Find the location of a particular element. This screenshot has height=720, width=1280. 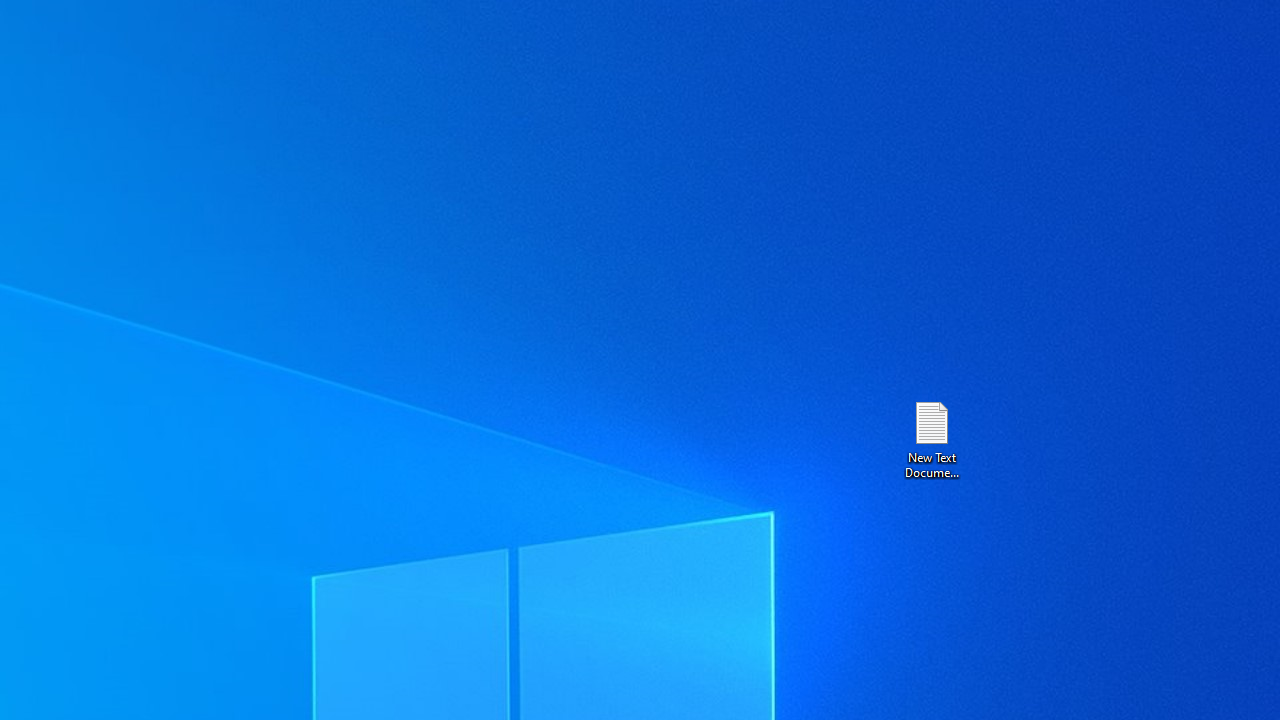

'New Text Document (2)' is located at coordinates (930, 438).